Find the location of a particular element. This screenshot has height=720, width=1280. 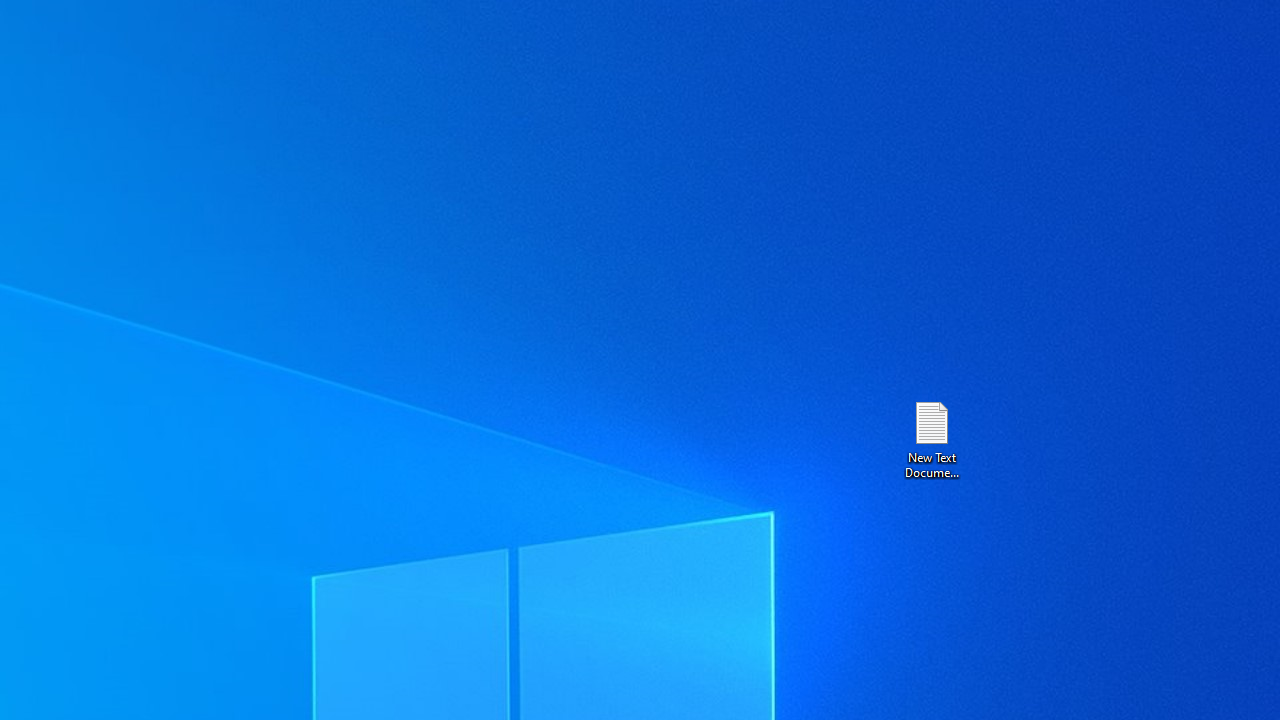

'New Text Document (2)' is located at coordinates (930, 438).